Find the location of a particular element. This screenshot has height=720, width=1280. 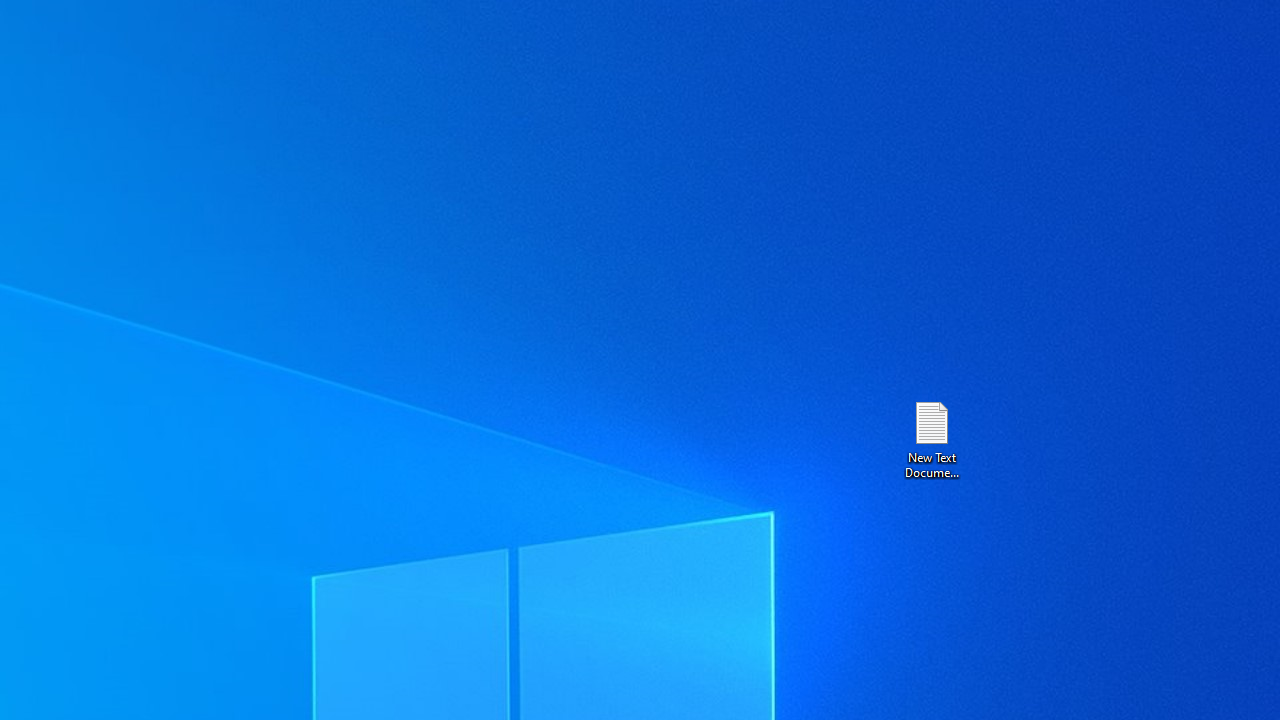

'New Text Document (2)' is located at coordinates (930, 438).